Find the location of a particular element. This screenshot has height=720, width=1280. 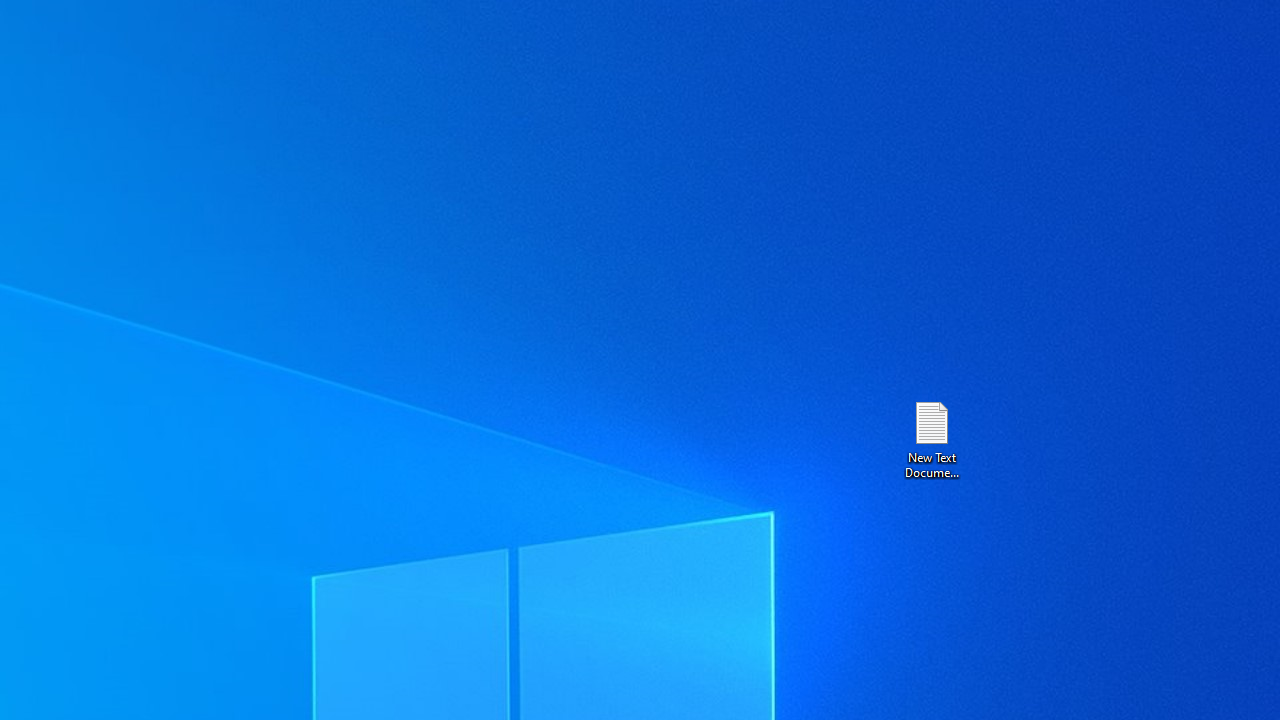

'New Text Document (2)' is located at coordinates (930, 438).